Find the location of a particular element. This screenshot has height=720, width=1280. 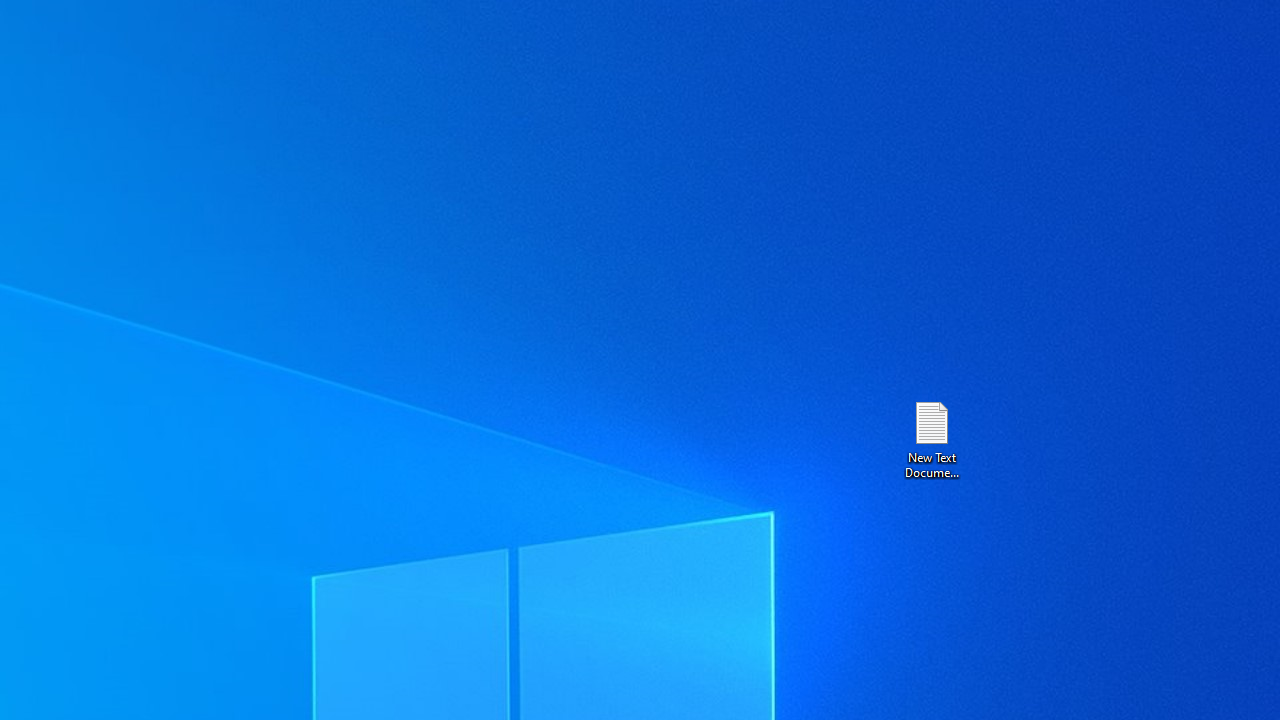

'New Text Document (2)' is located at coordinates (930, 438).